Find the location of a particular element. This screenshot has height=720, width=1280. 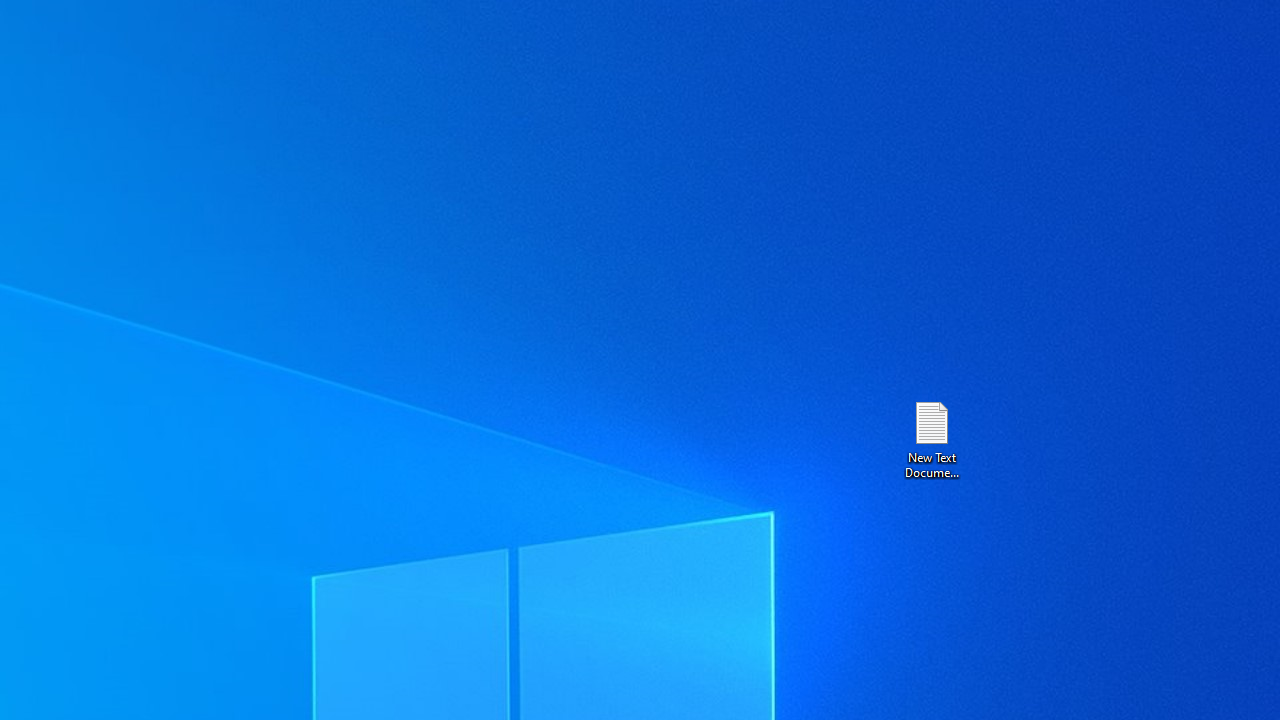

'New Text Document (2)' is located at coordinates (930, 438).